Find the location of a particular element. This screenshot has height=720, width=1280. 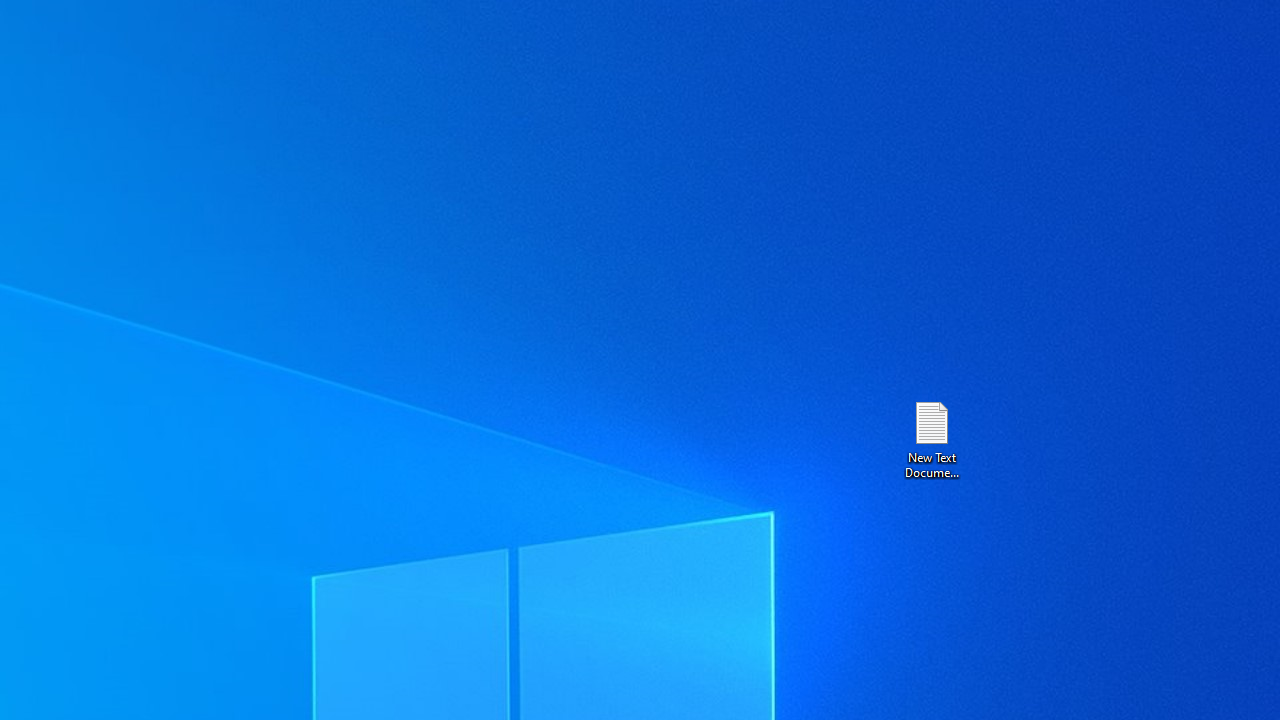

'New Text Document (2)' is located at coordinates (930, 438).